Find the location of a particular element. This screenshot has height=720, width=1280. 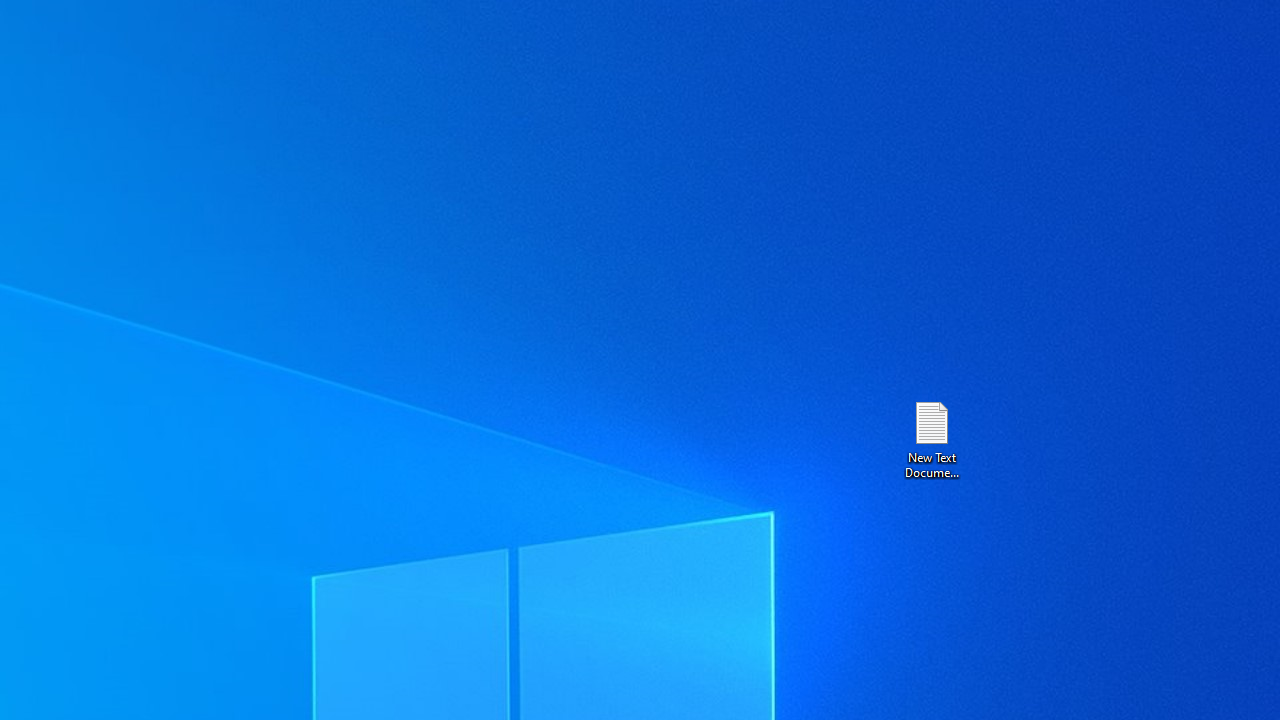

'New Text Document (2)' is located at coordinates (930, 438).